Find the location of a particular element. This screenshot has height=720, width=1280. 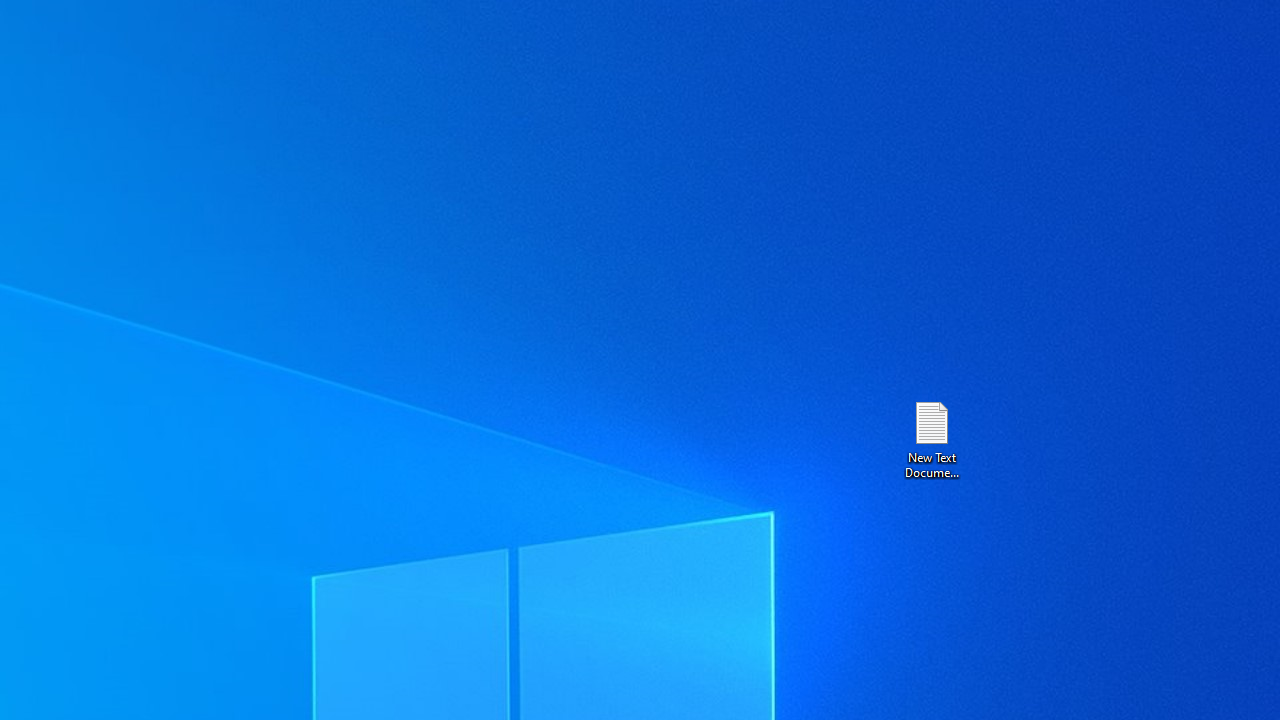

'New Text Document (2)' is located at coordinates (930, 438).